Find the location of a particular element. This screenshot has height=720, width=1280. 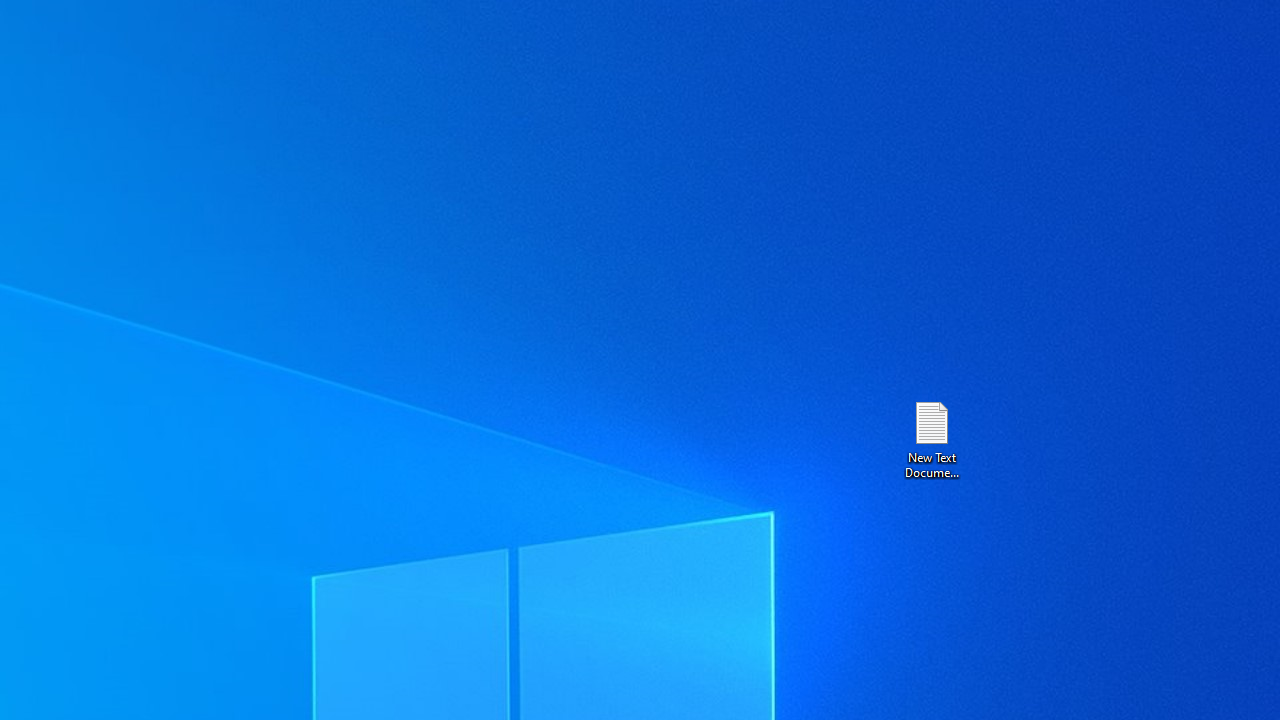

'New Text Document (2)' is located at coordinates (930, 438).